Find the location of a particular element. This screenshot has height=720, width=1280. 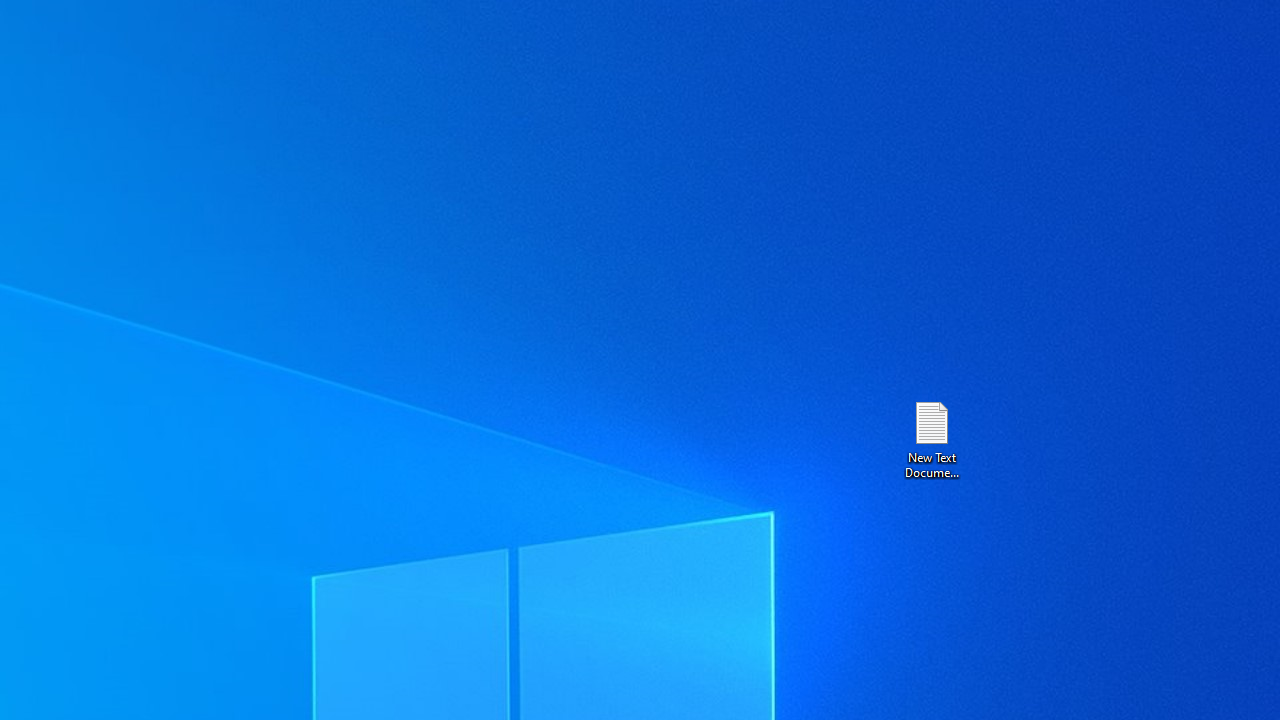

'New Text Document (2)' is located at coordinates (930, 438).